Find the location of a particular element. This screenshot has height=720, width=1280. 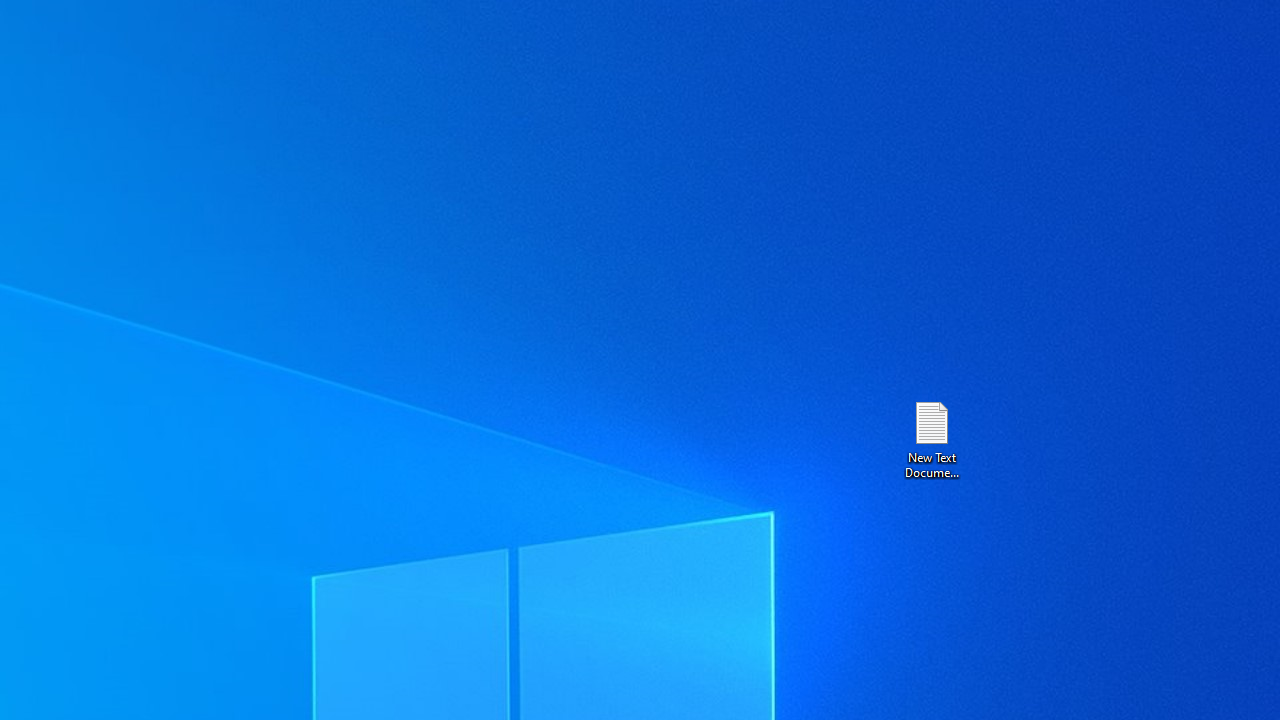

'New Text Document (2)' is located at coordinates (930, 438).